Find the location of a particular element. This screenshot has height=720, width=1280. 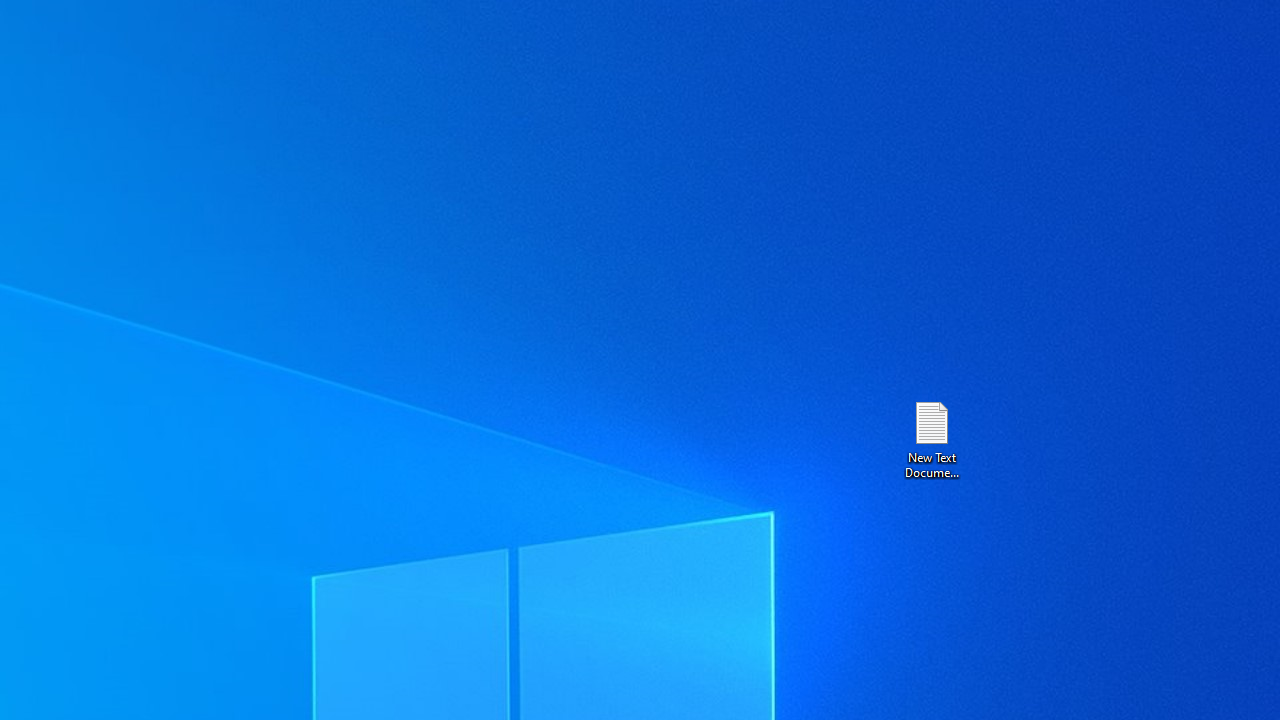

'New Text Document (2)' is located at coordinates (930, 438).